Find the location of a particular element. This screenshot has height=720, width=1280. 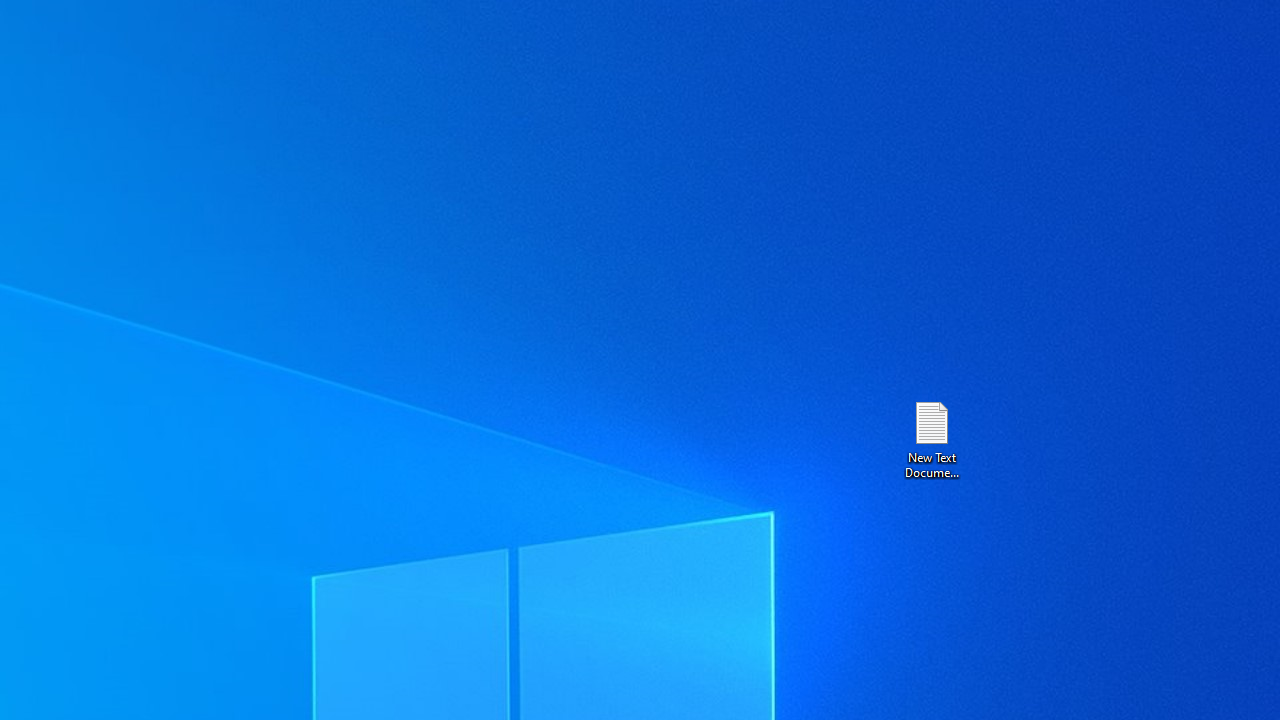

'New Text Document (2)' is located at coordinates (930, 438).